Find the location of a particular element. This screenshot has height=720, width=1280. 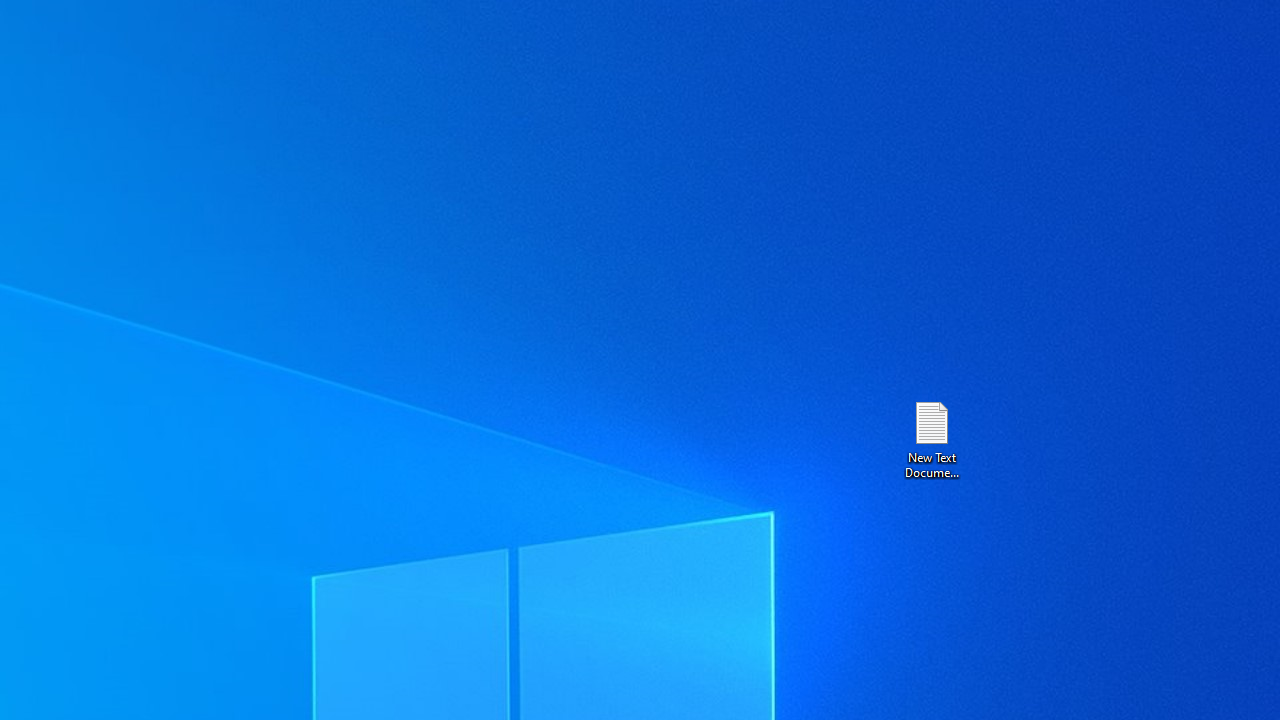

'New Text Document (2)' is located at coordinates (930, 438).